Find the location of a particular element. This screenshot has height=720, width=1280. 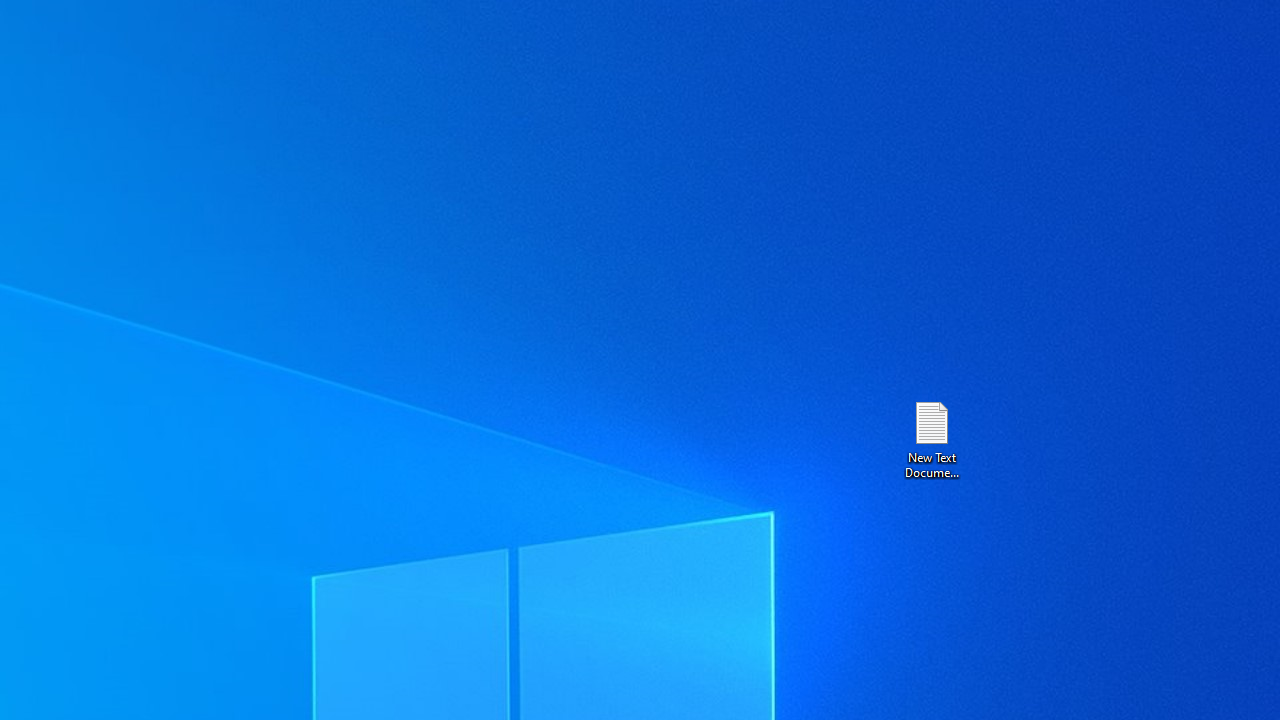

'New Text Document (2)' is located at coordinates (930, 438).